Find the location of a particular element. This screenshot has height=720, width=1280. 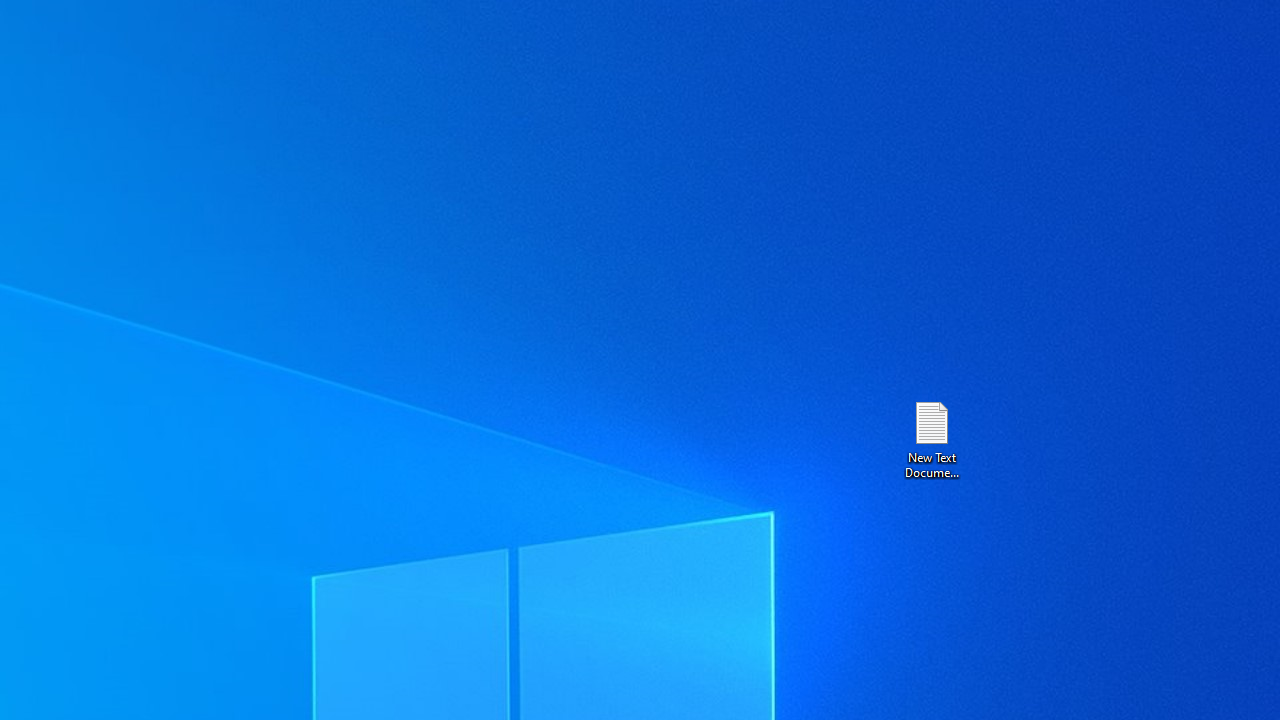

'New Text Document (2)' is located at coordinates (930, 438).